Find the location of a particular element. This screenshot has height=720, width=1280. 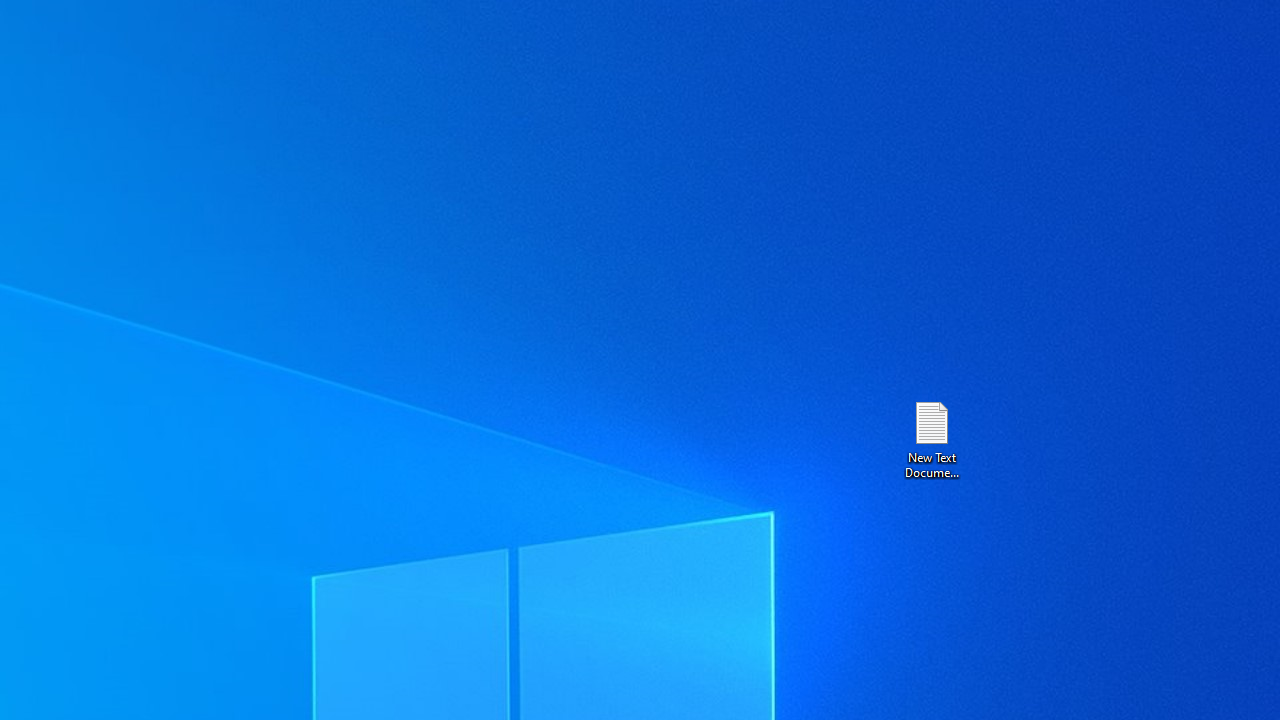

'New Text Document (2)' is located at coordinates (930, 438).